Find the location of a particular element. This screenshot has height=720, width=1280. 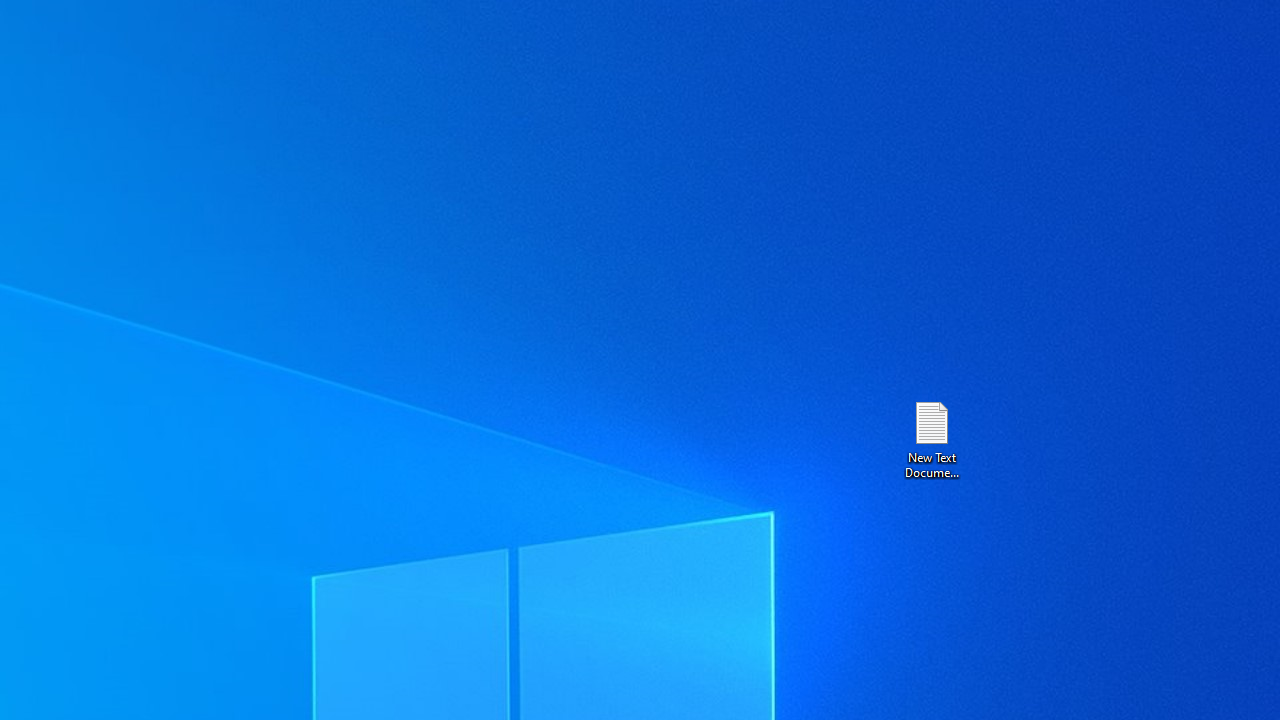

'New Text Document (2)' is located at coordinates (930, 438).